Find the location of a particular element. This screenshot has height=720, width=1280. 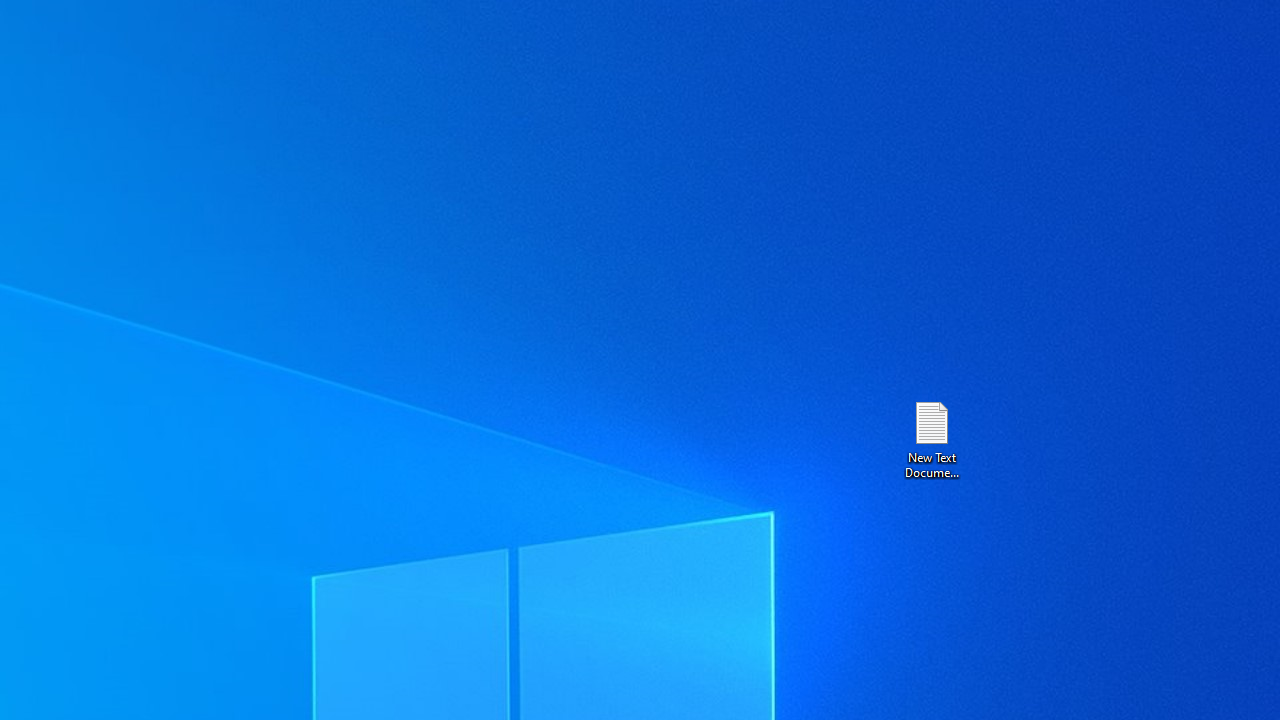

'New Text Document (2)' is located at coordinates (930, 438).